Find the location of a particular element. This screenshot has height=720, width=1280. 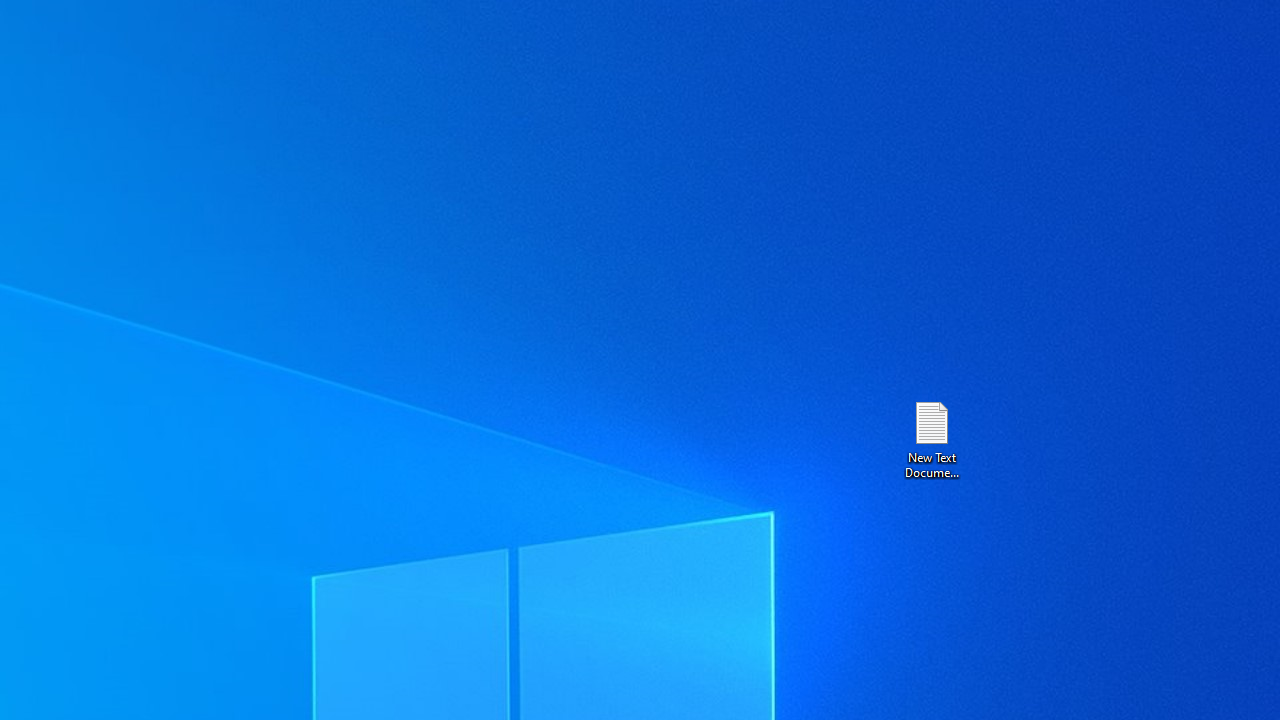

'New Text Document (2)' is located at coordinates (930, 438).